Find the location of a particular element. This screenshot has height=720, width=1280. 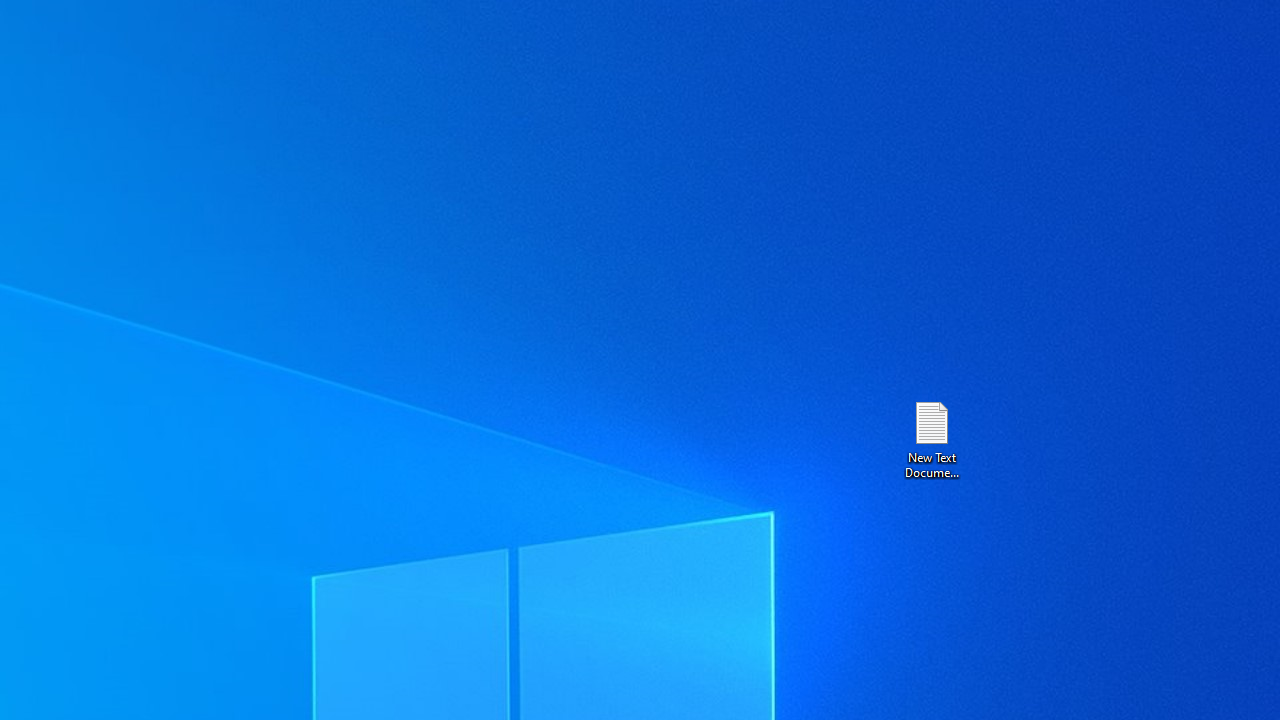

'New Text Document (2)' is located at coordinates (930, 438).